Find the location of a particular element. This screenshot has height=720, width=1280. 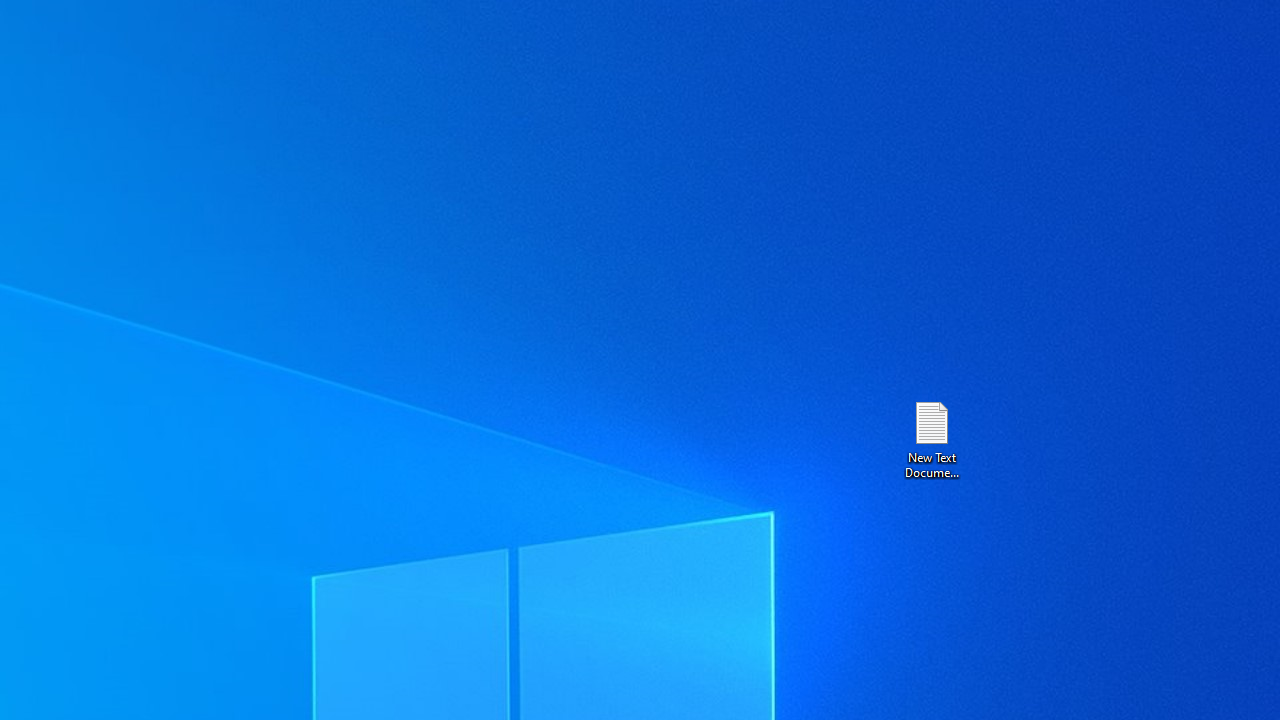

'New Text Document (2)' is located at coordinates (930, 438).